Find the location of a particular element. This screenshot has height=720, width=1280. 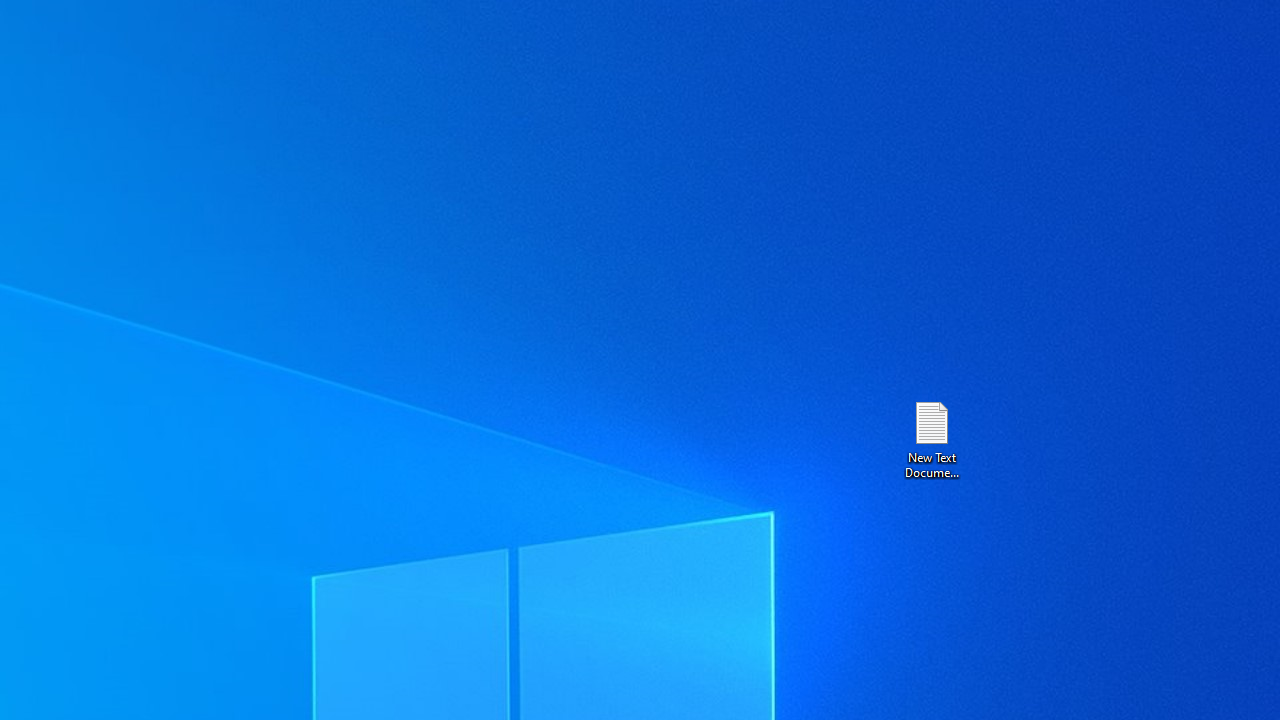

'New Text Document (2)' is located at coordinates (930, 438).